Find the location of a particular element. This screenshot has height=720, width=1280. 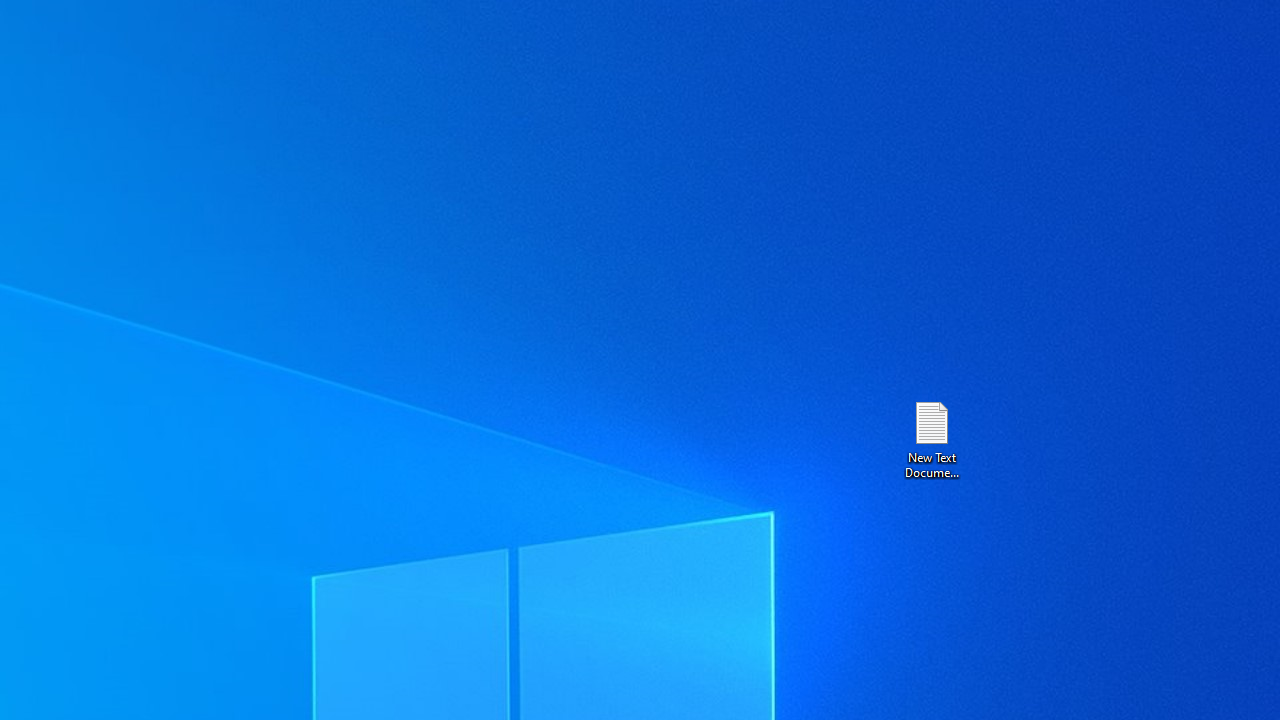

'New Text Document (2)' is located at coordinates (930, 438).